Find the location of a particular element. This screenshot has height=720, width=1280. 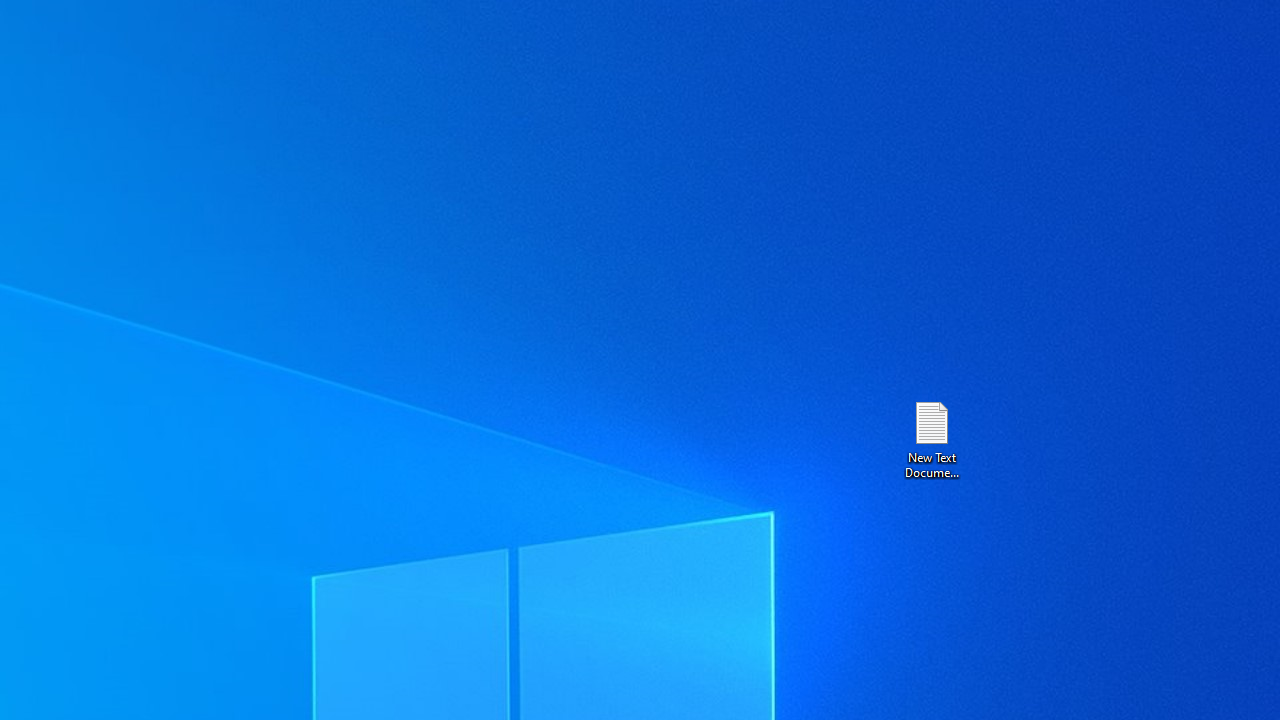

'New Text Document (2)' is located at coordinates (930, 438).